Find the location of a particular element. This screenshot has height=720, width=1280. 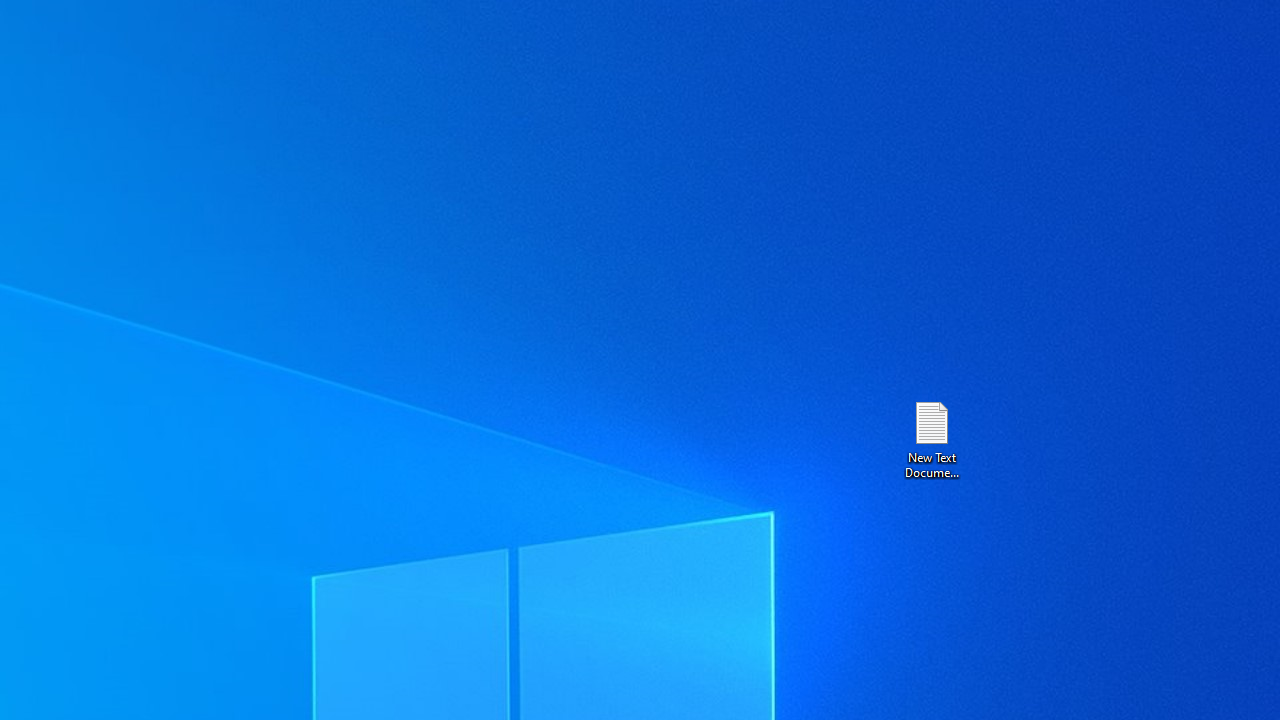

'New Text Document (2)' is located at coordinates (930, 438).